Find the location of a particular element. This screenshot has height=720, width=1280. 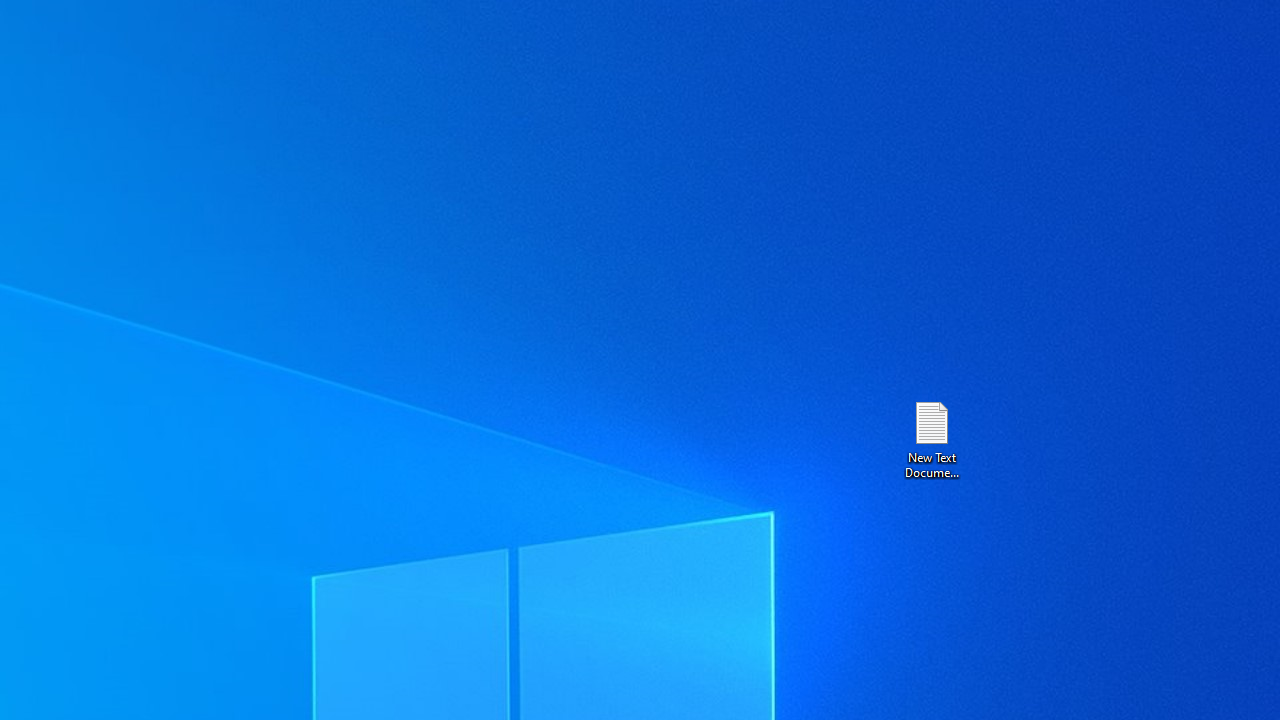

'New Text Document (2)' is located at coordinates (930, 438).